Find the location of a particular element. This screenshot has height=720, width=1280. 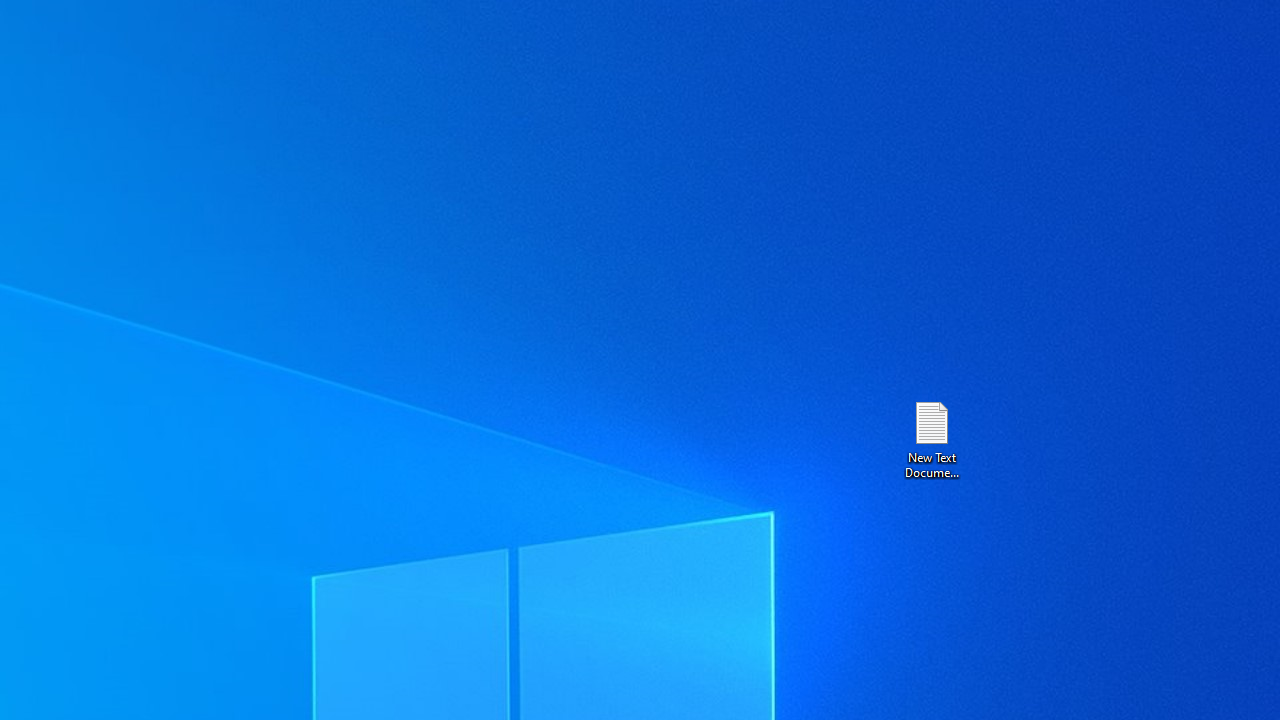

'New Text Document (2)' is located at coordinates (930, 438).